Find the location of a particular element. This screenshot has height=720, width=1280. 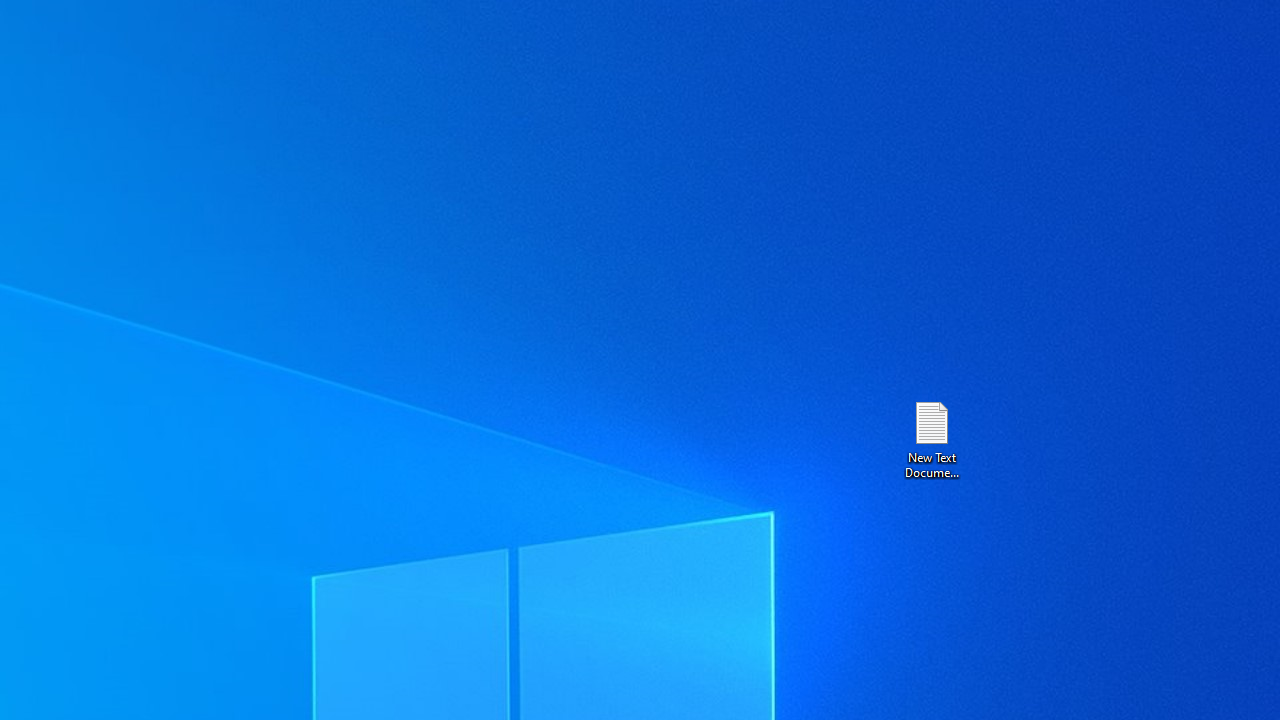

'New Text Document (2)' is located at coordinates (930, 438).